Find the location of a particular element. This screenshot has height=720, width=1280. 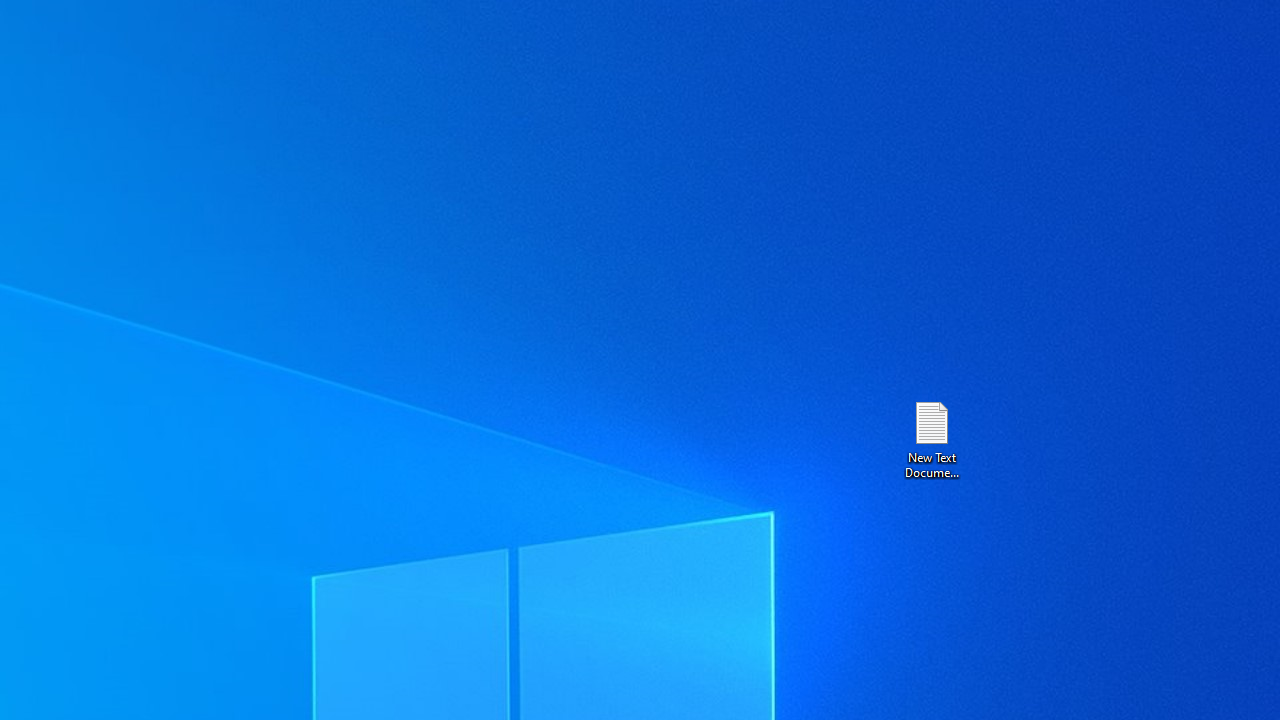

'New Text Document (2)' is located at coordinates (930, 438).